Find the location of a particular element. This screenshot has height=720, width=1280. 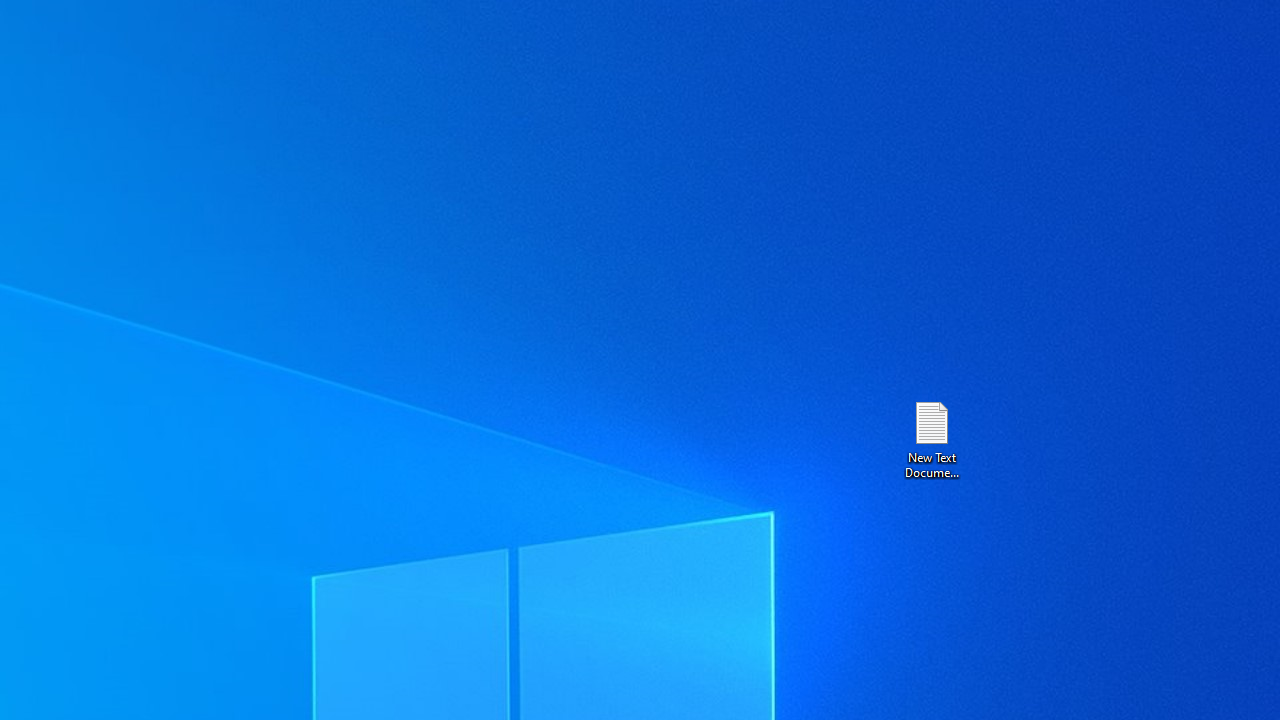

'New Text Document (2)' is located at coordinates (930, 438).